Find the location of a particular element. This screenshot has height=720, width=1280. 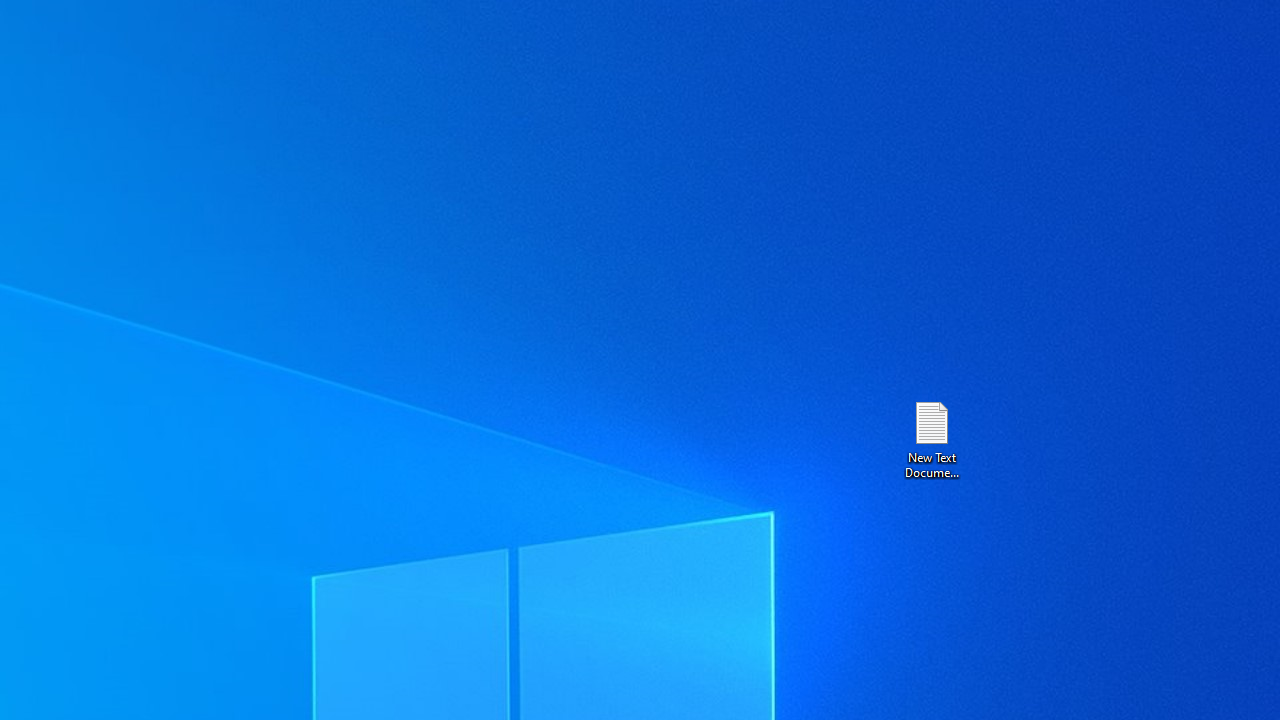

'New Text Document (2)' is located at coordinates (930, 438).